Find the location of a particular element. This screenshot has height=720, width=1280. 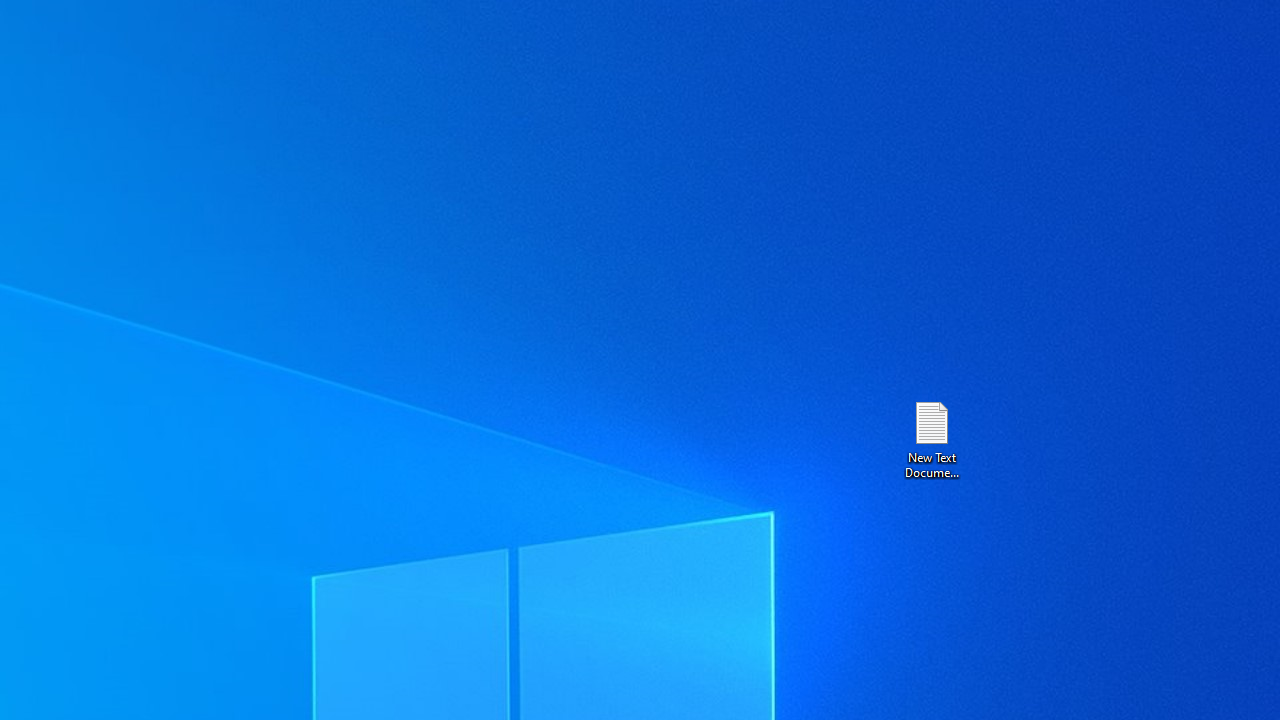

'New Text Document (2)' is located at coordinates (930, 438).